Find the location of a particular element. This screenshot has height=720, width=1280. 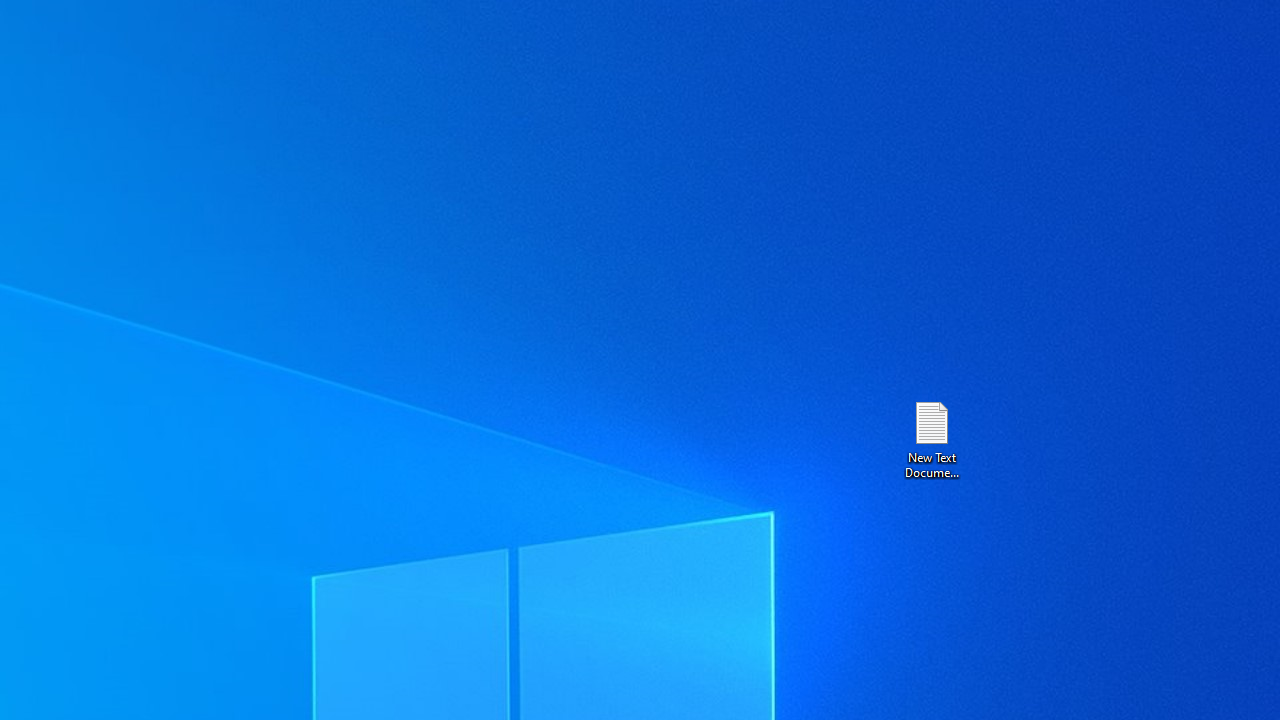

'New Text Document (2)' is located at coordinates (930, 438).